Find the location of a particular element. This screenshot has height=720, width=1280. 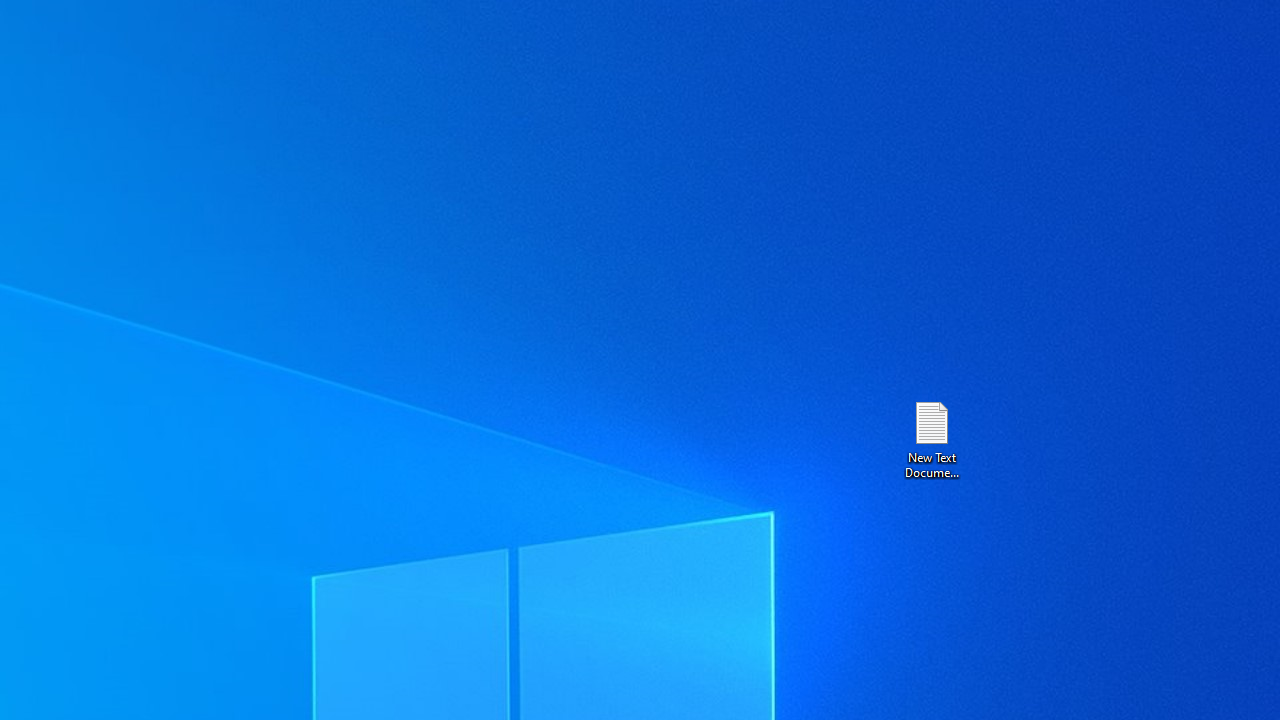

'New Text Document (2)' is located at coordinates (930, 438).